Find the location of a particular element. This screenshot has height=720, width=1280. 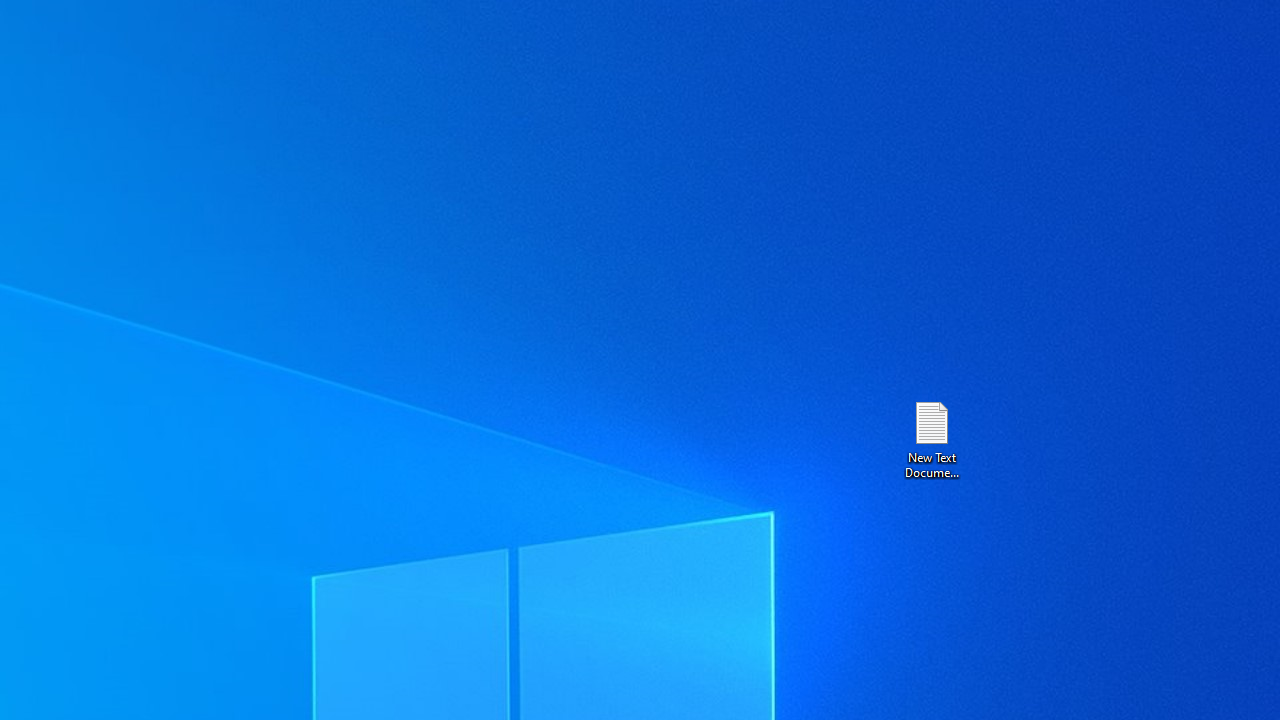

'New Text Document (2)' is located at coordinates (930, 438).